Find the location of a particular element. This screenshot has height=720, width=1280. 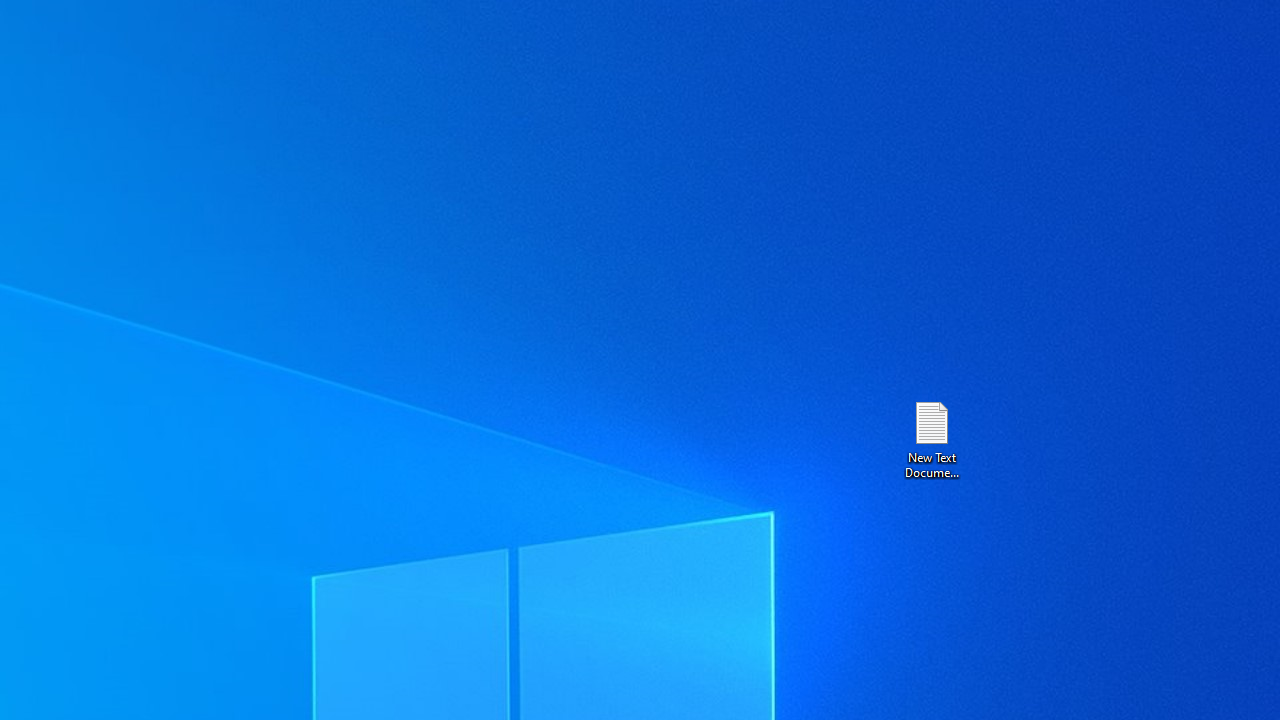

'New Text Document (2)' is located at coordinates (930, 438).